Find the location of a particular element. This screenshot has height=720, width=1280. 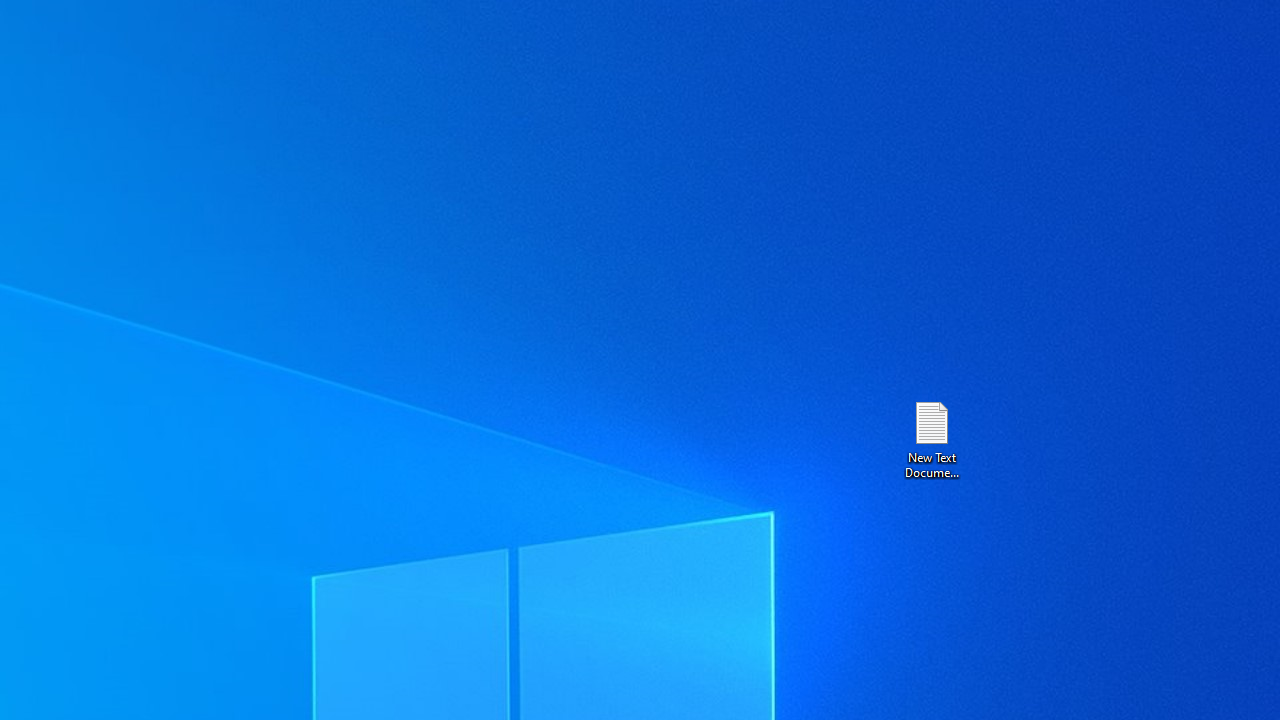

'New Text Document (2)' is located at coordinates (930, 438).